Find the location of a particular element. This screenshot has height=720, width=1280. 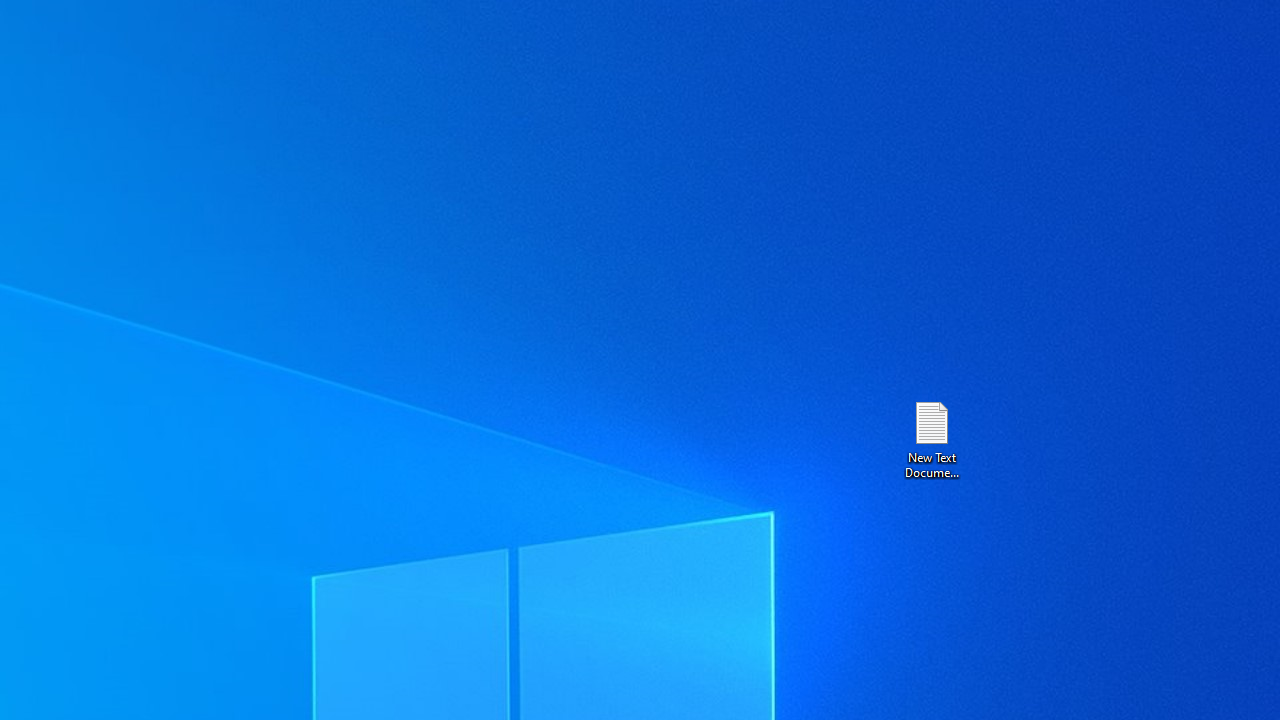

'New Text Document (2)' is located at coordinates (930, 438).